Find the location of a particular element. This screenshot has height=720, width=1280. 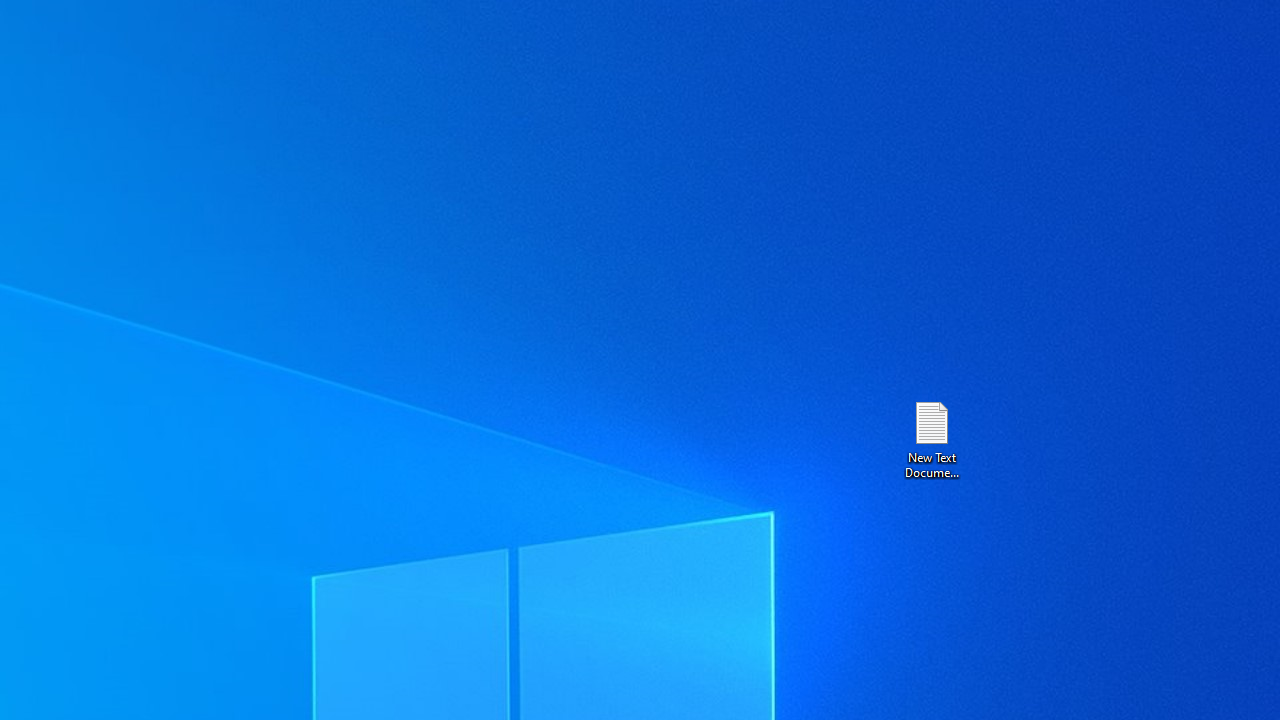

'New Text Document (2)' is located at coordinates (930, 438).